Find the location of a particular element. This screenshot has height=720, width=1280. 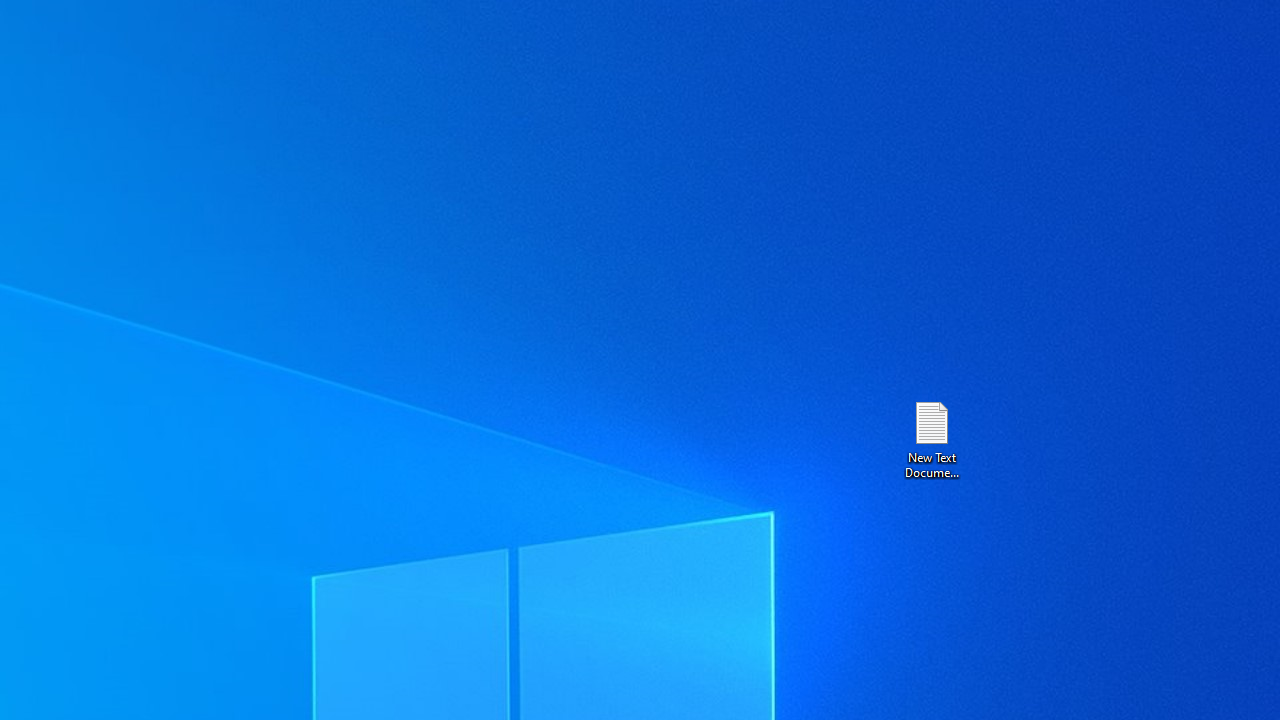

'New Text Document (2)' is located at coordinates (930, 438).